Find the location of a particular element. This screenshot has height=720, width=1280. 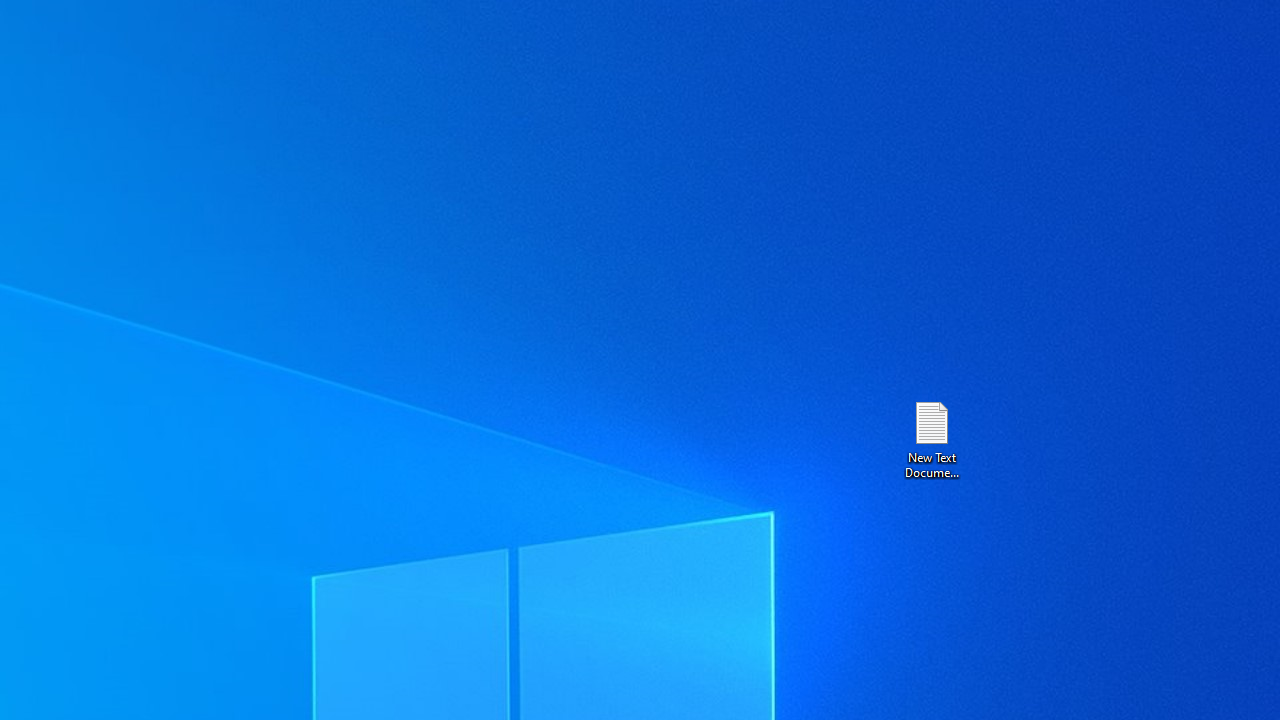

'New Text Document (2)' is located at coordinates (930, 438).